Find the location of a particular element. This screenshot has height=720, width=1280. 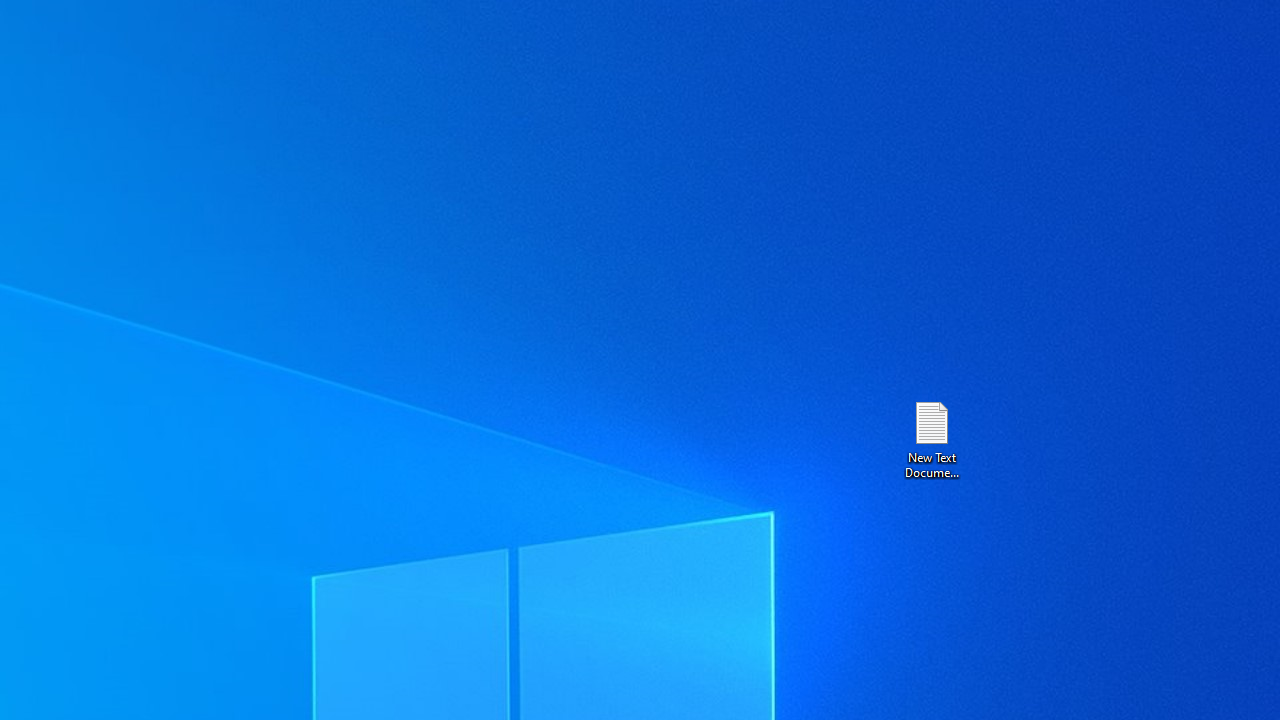

'New Text Document (2)' is located at coordinates (930, 438).